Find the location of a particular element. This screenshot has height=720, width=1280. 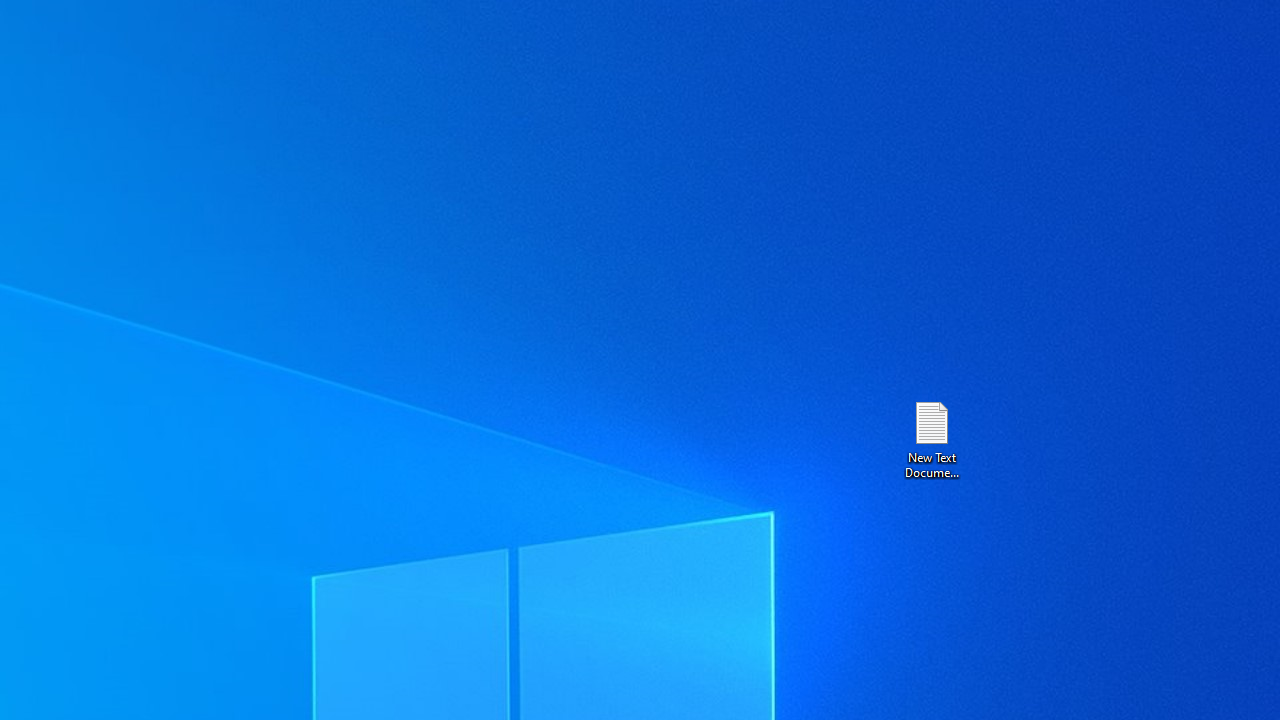

'New Text Document (2)' is located at coordinates (930, 438).